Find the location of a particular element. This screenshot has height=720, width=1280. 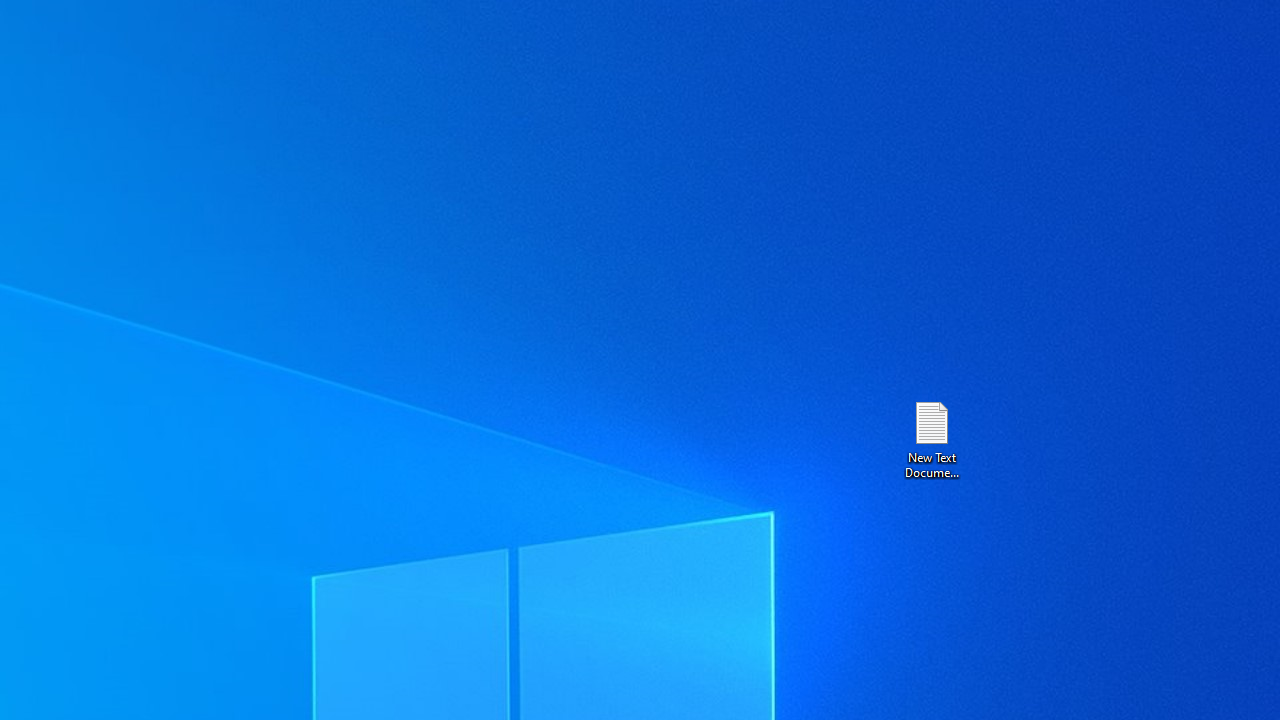

'New Text Document (2)' is located at coordinates (930, 438).